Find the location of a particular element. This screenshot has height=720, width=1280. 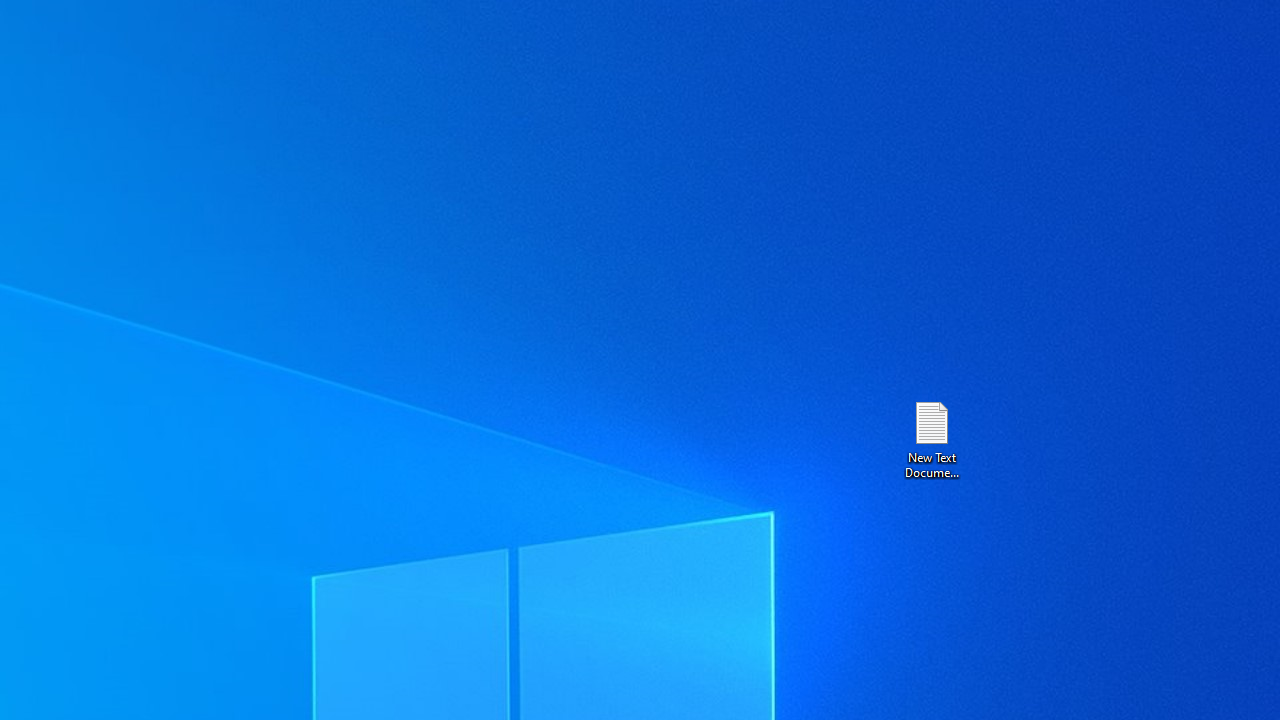

'New Text Document (2)' is located at coordinates (930, 438).